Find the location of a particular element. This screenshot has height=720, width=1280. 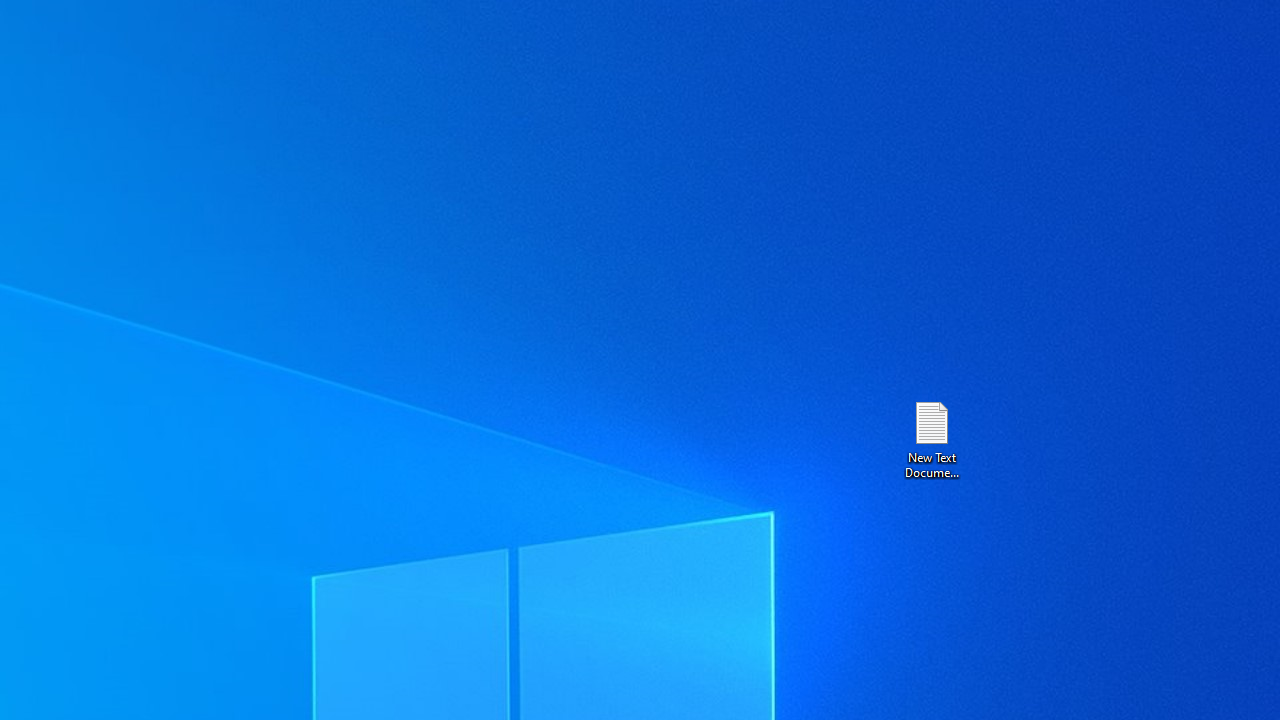

'New Text Document (2)' is located at coordinates (930, 438).